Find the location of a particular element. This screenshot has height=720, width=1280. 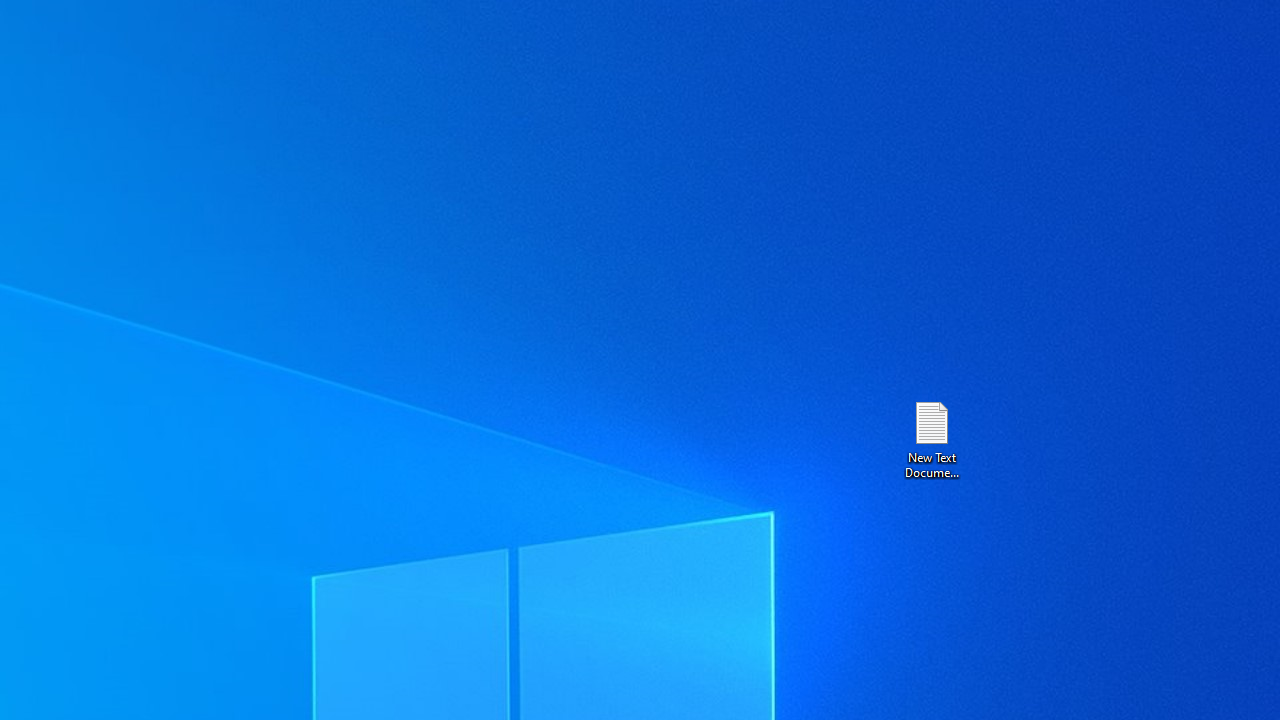

'New Text Document (2)' is located at coordinates (930, 438).